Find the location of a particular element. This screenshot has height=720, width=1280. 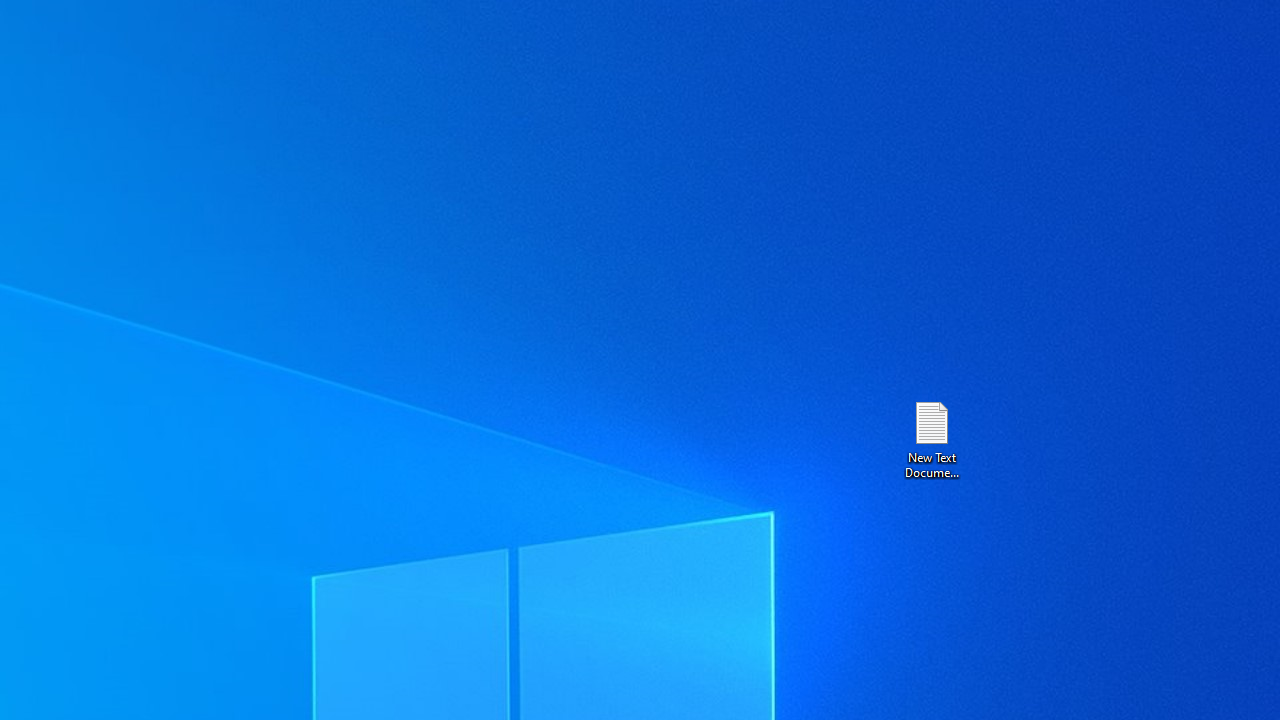

'New Text Document (2)' is located at coordinates (930, 438).